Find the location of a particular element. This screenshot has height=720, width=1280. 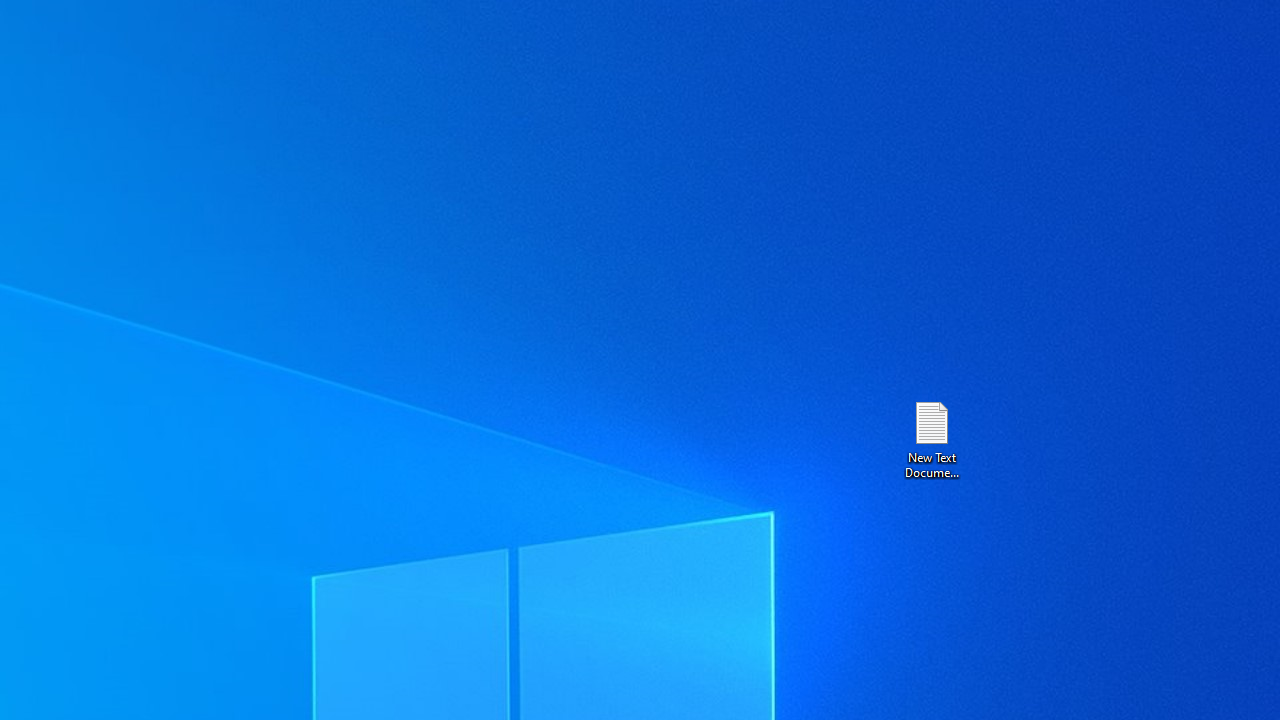

'New Text Document (2)' is located at coordinates (930, 438).